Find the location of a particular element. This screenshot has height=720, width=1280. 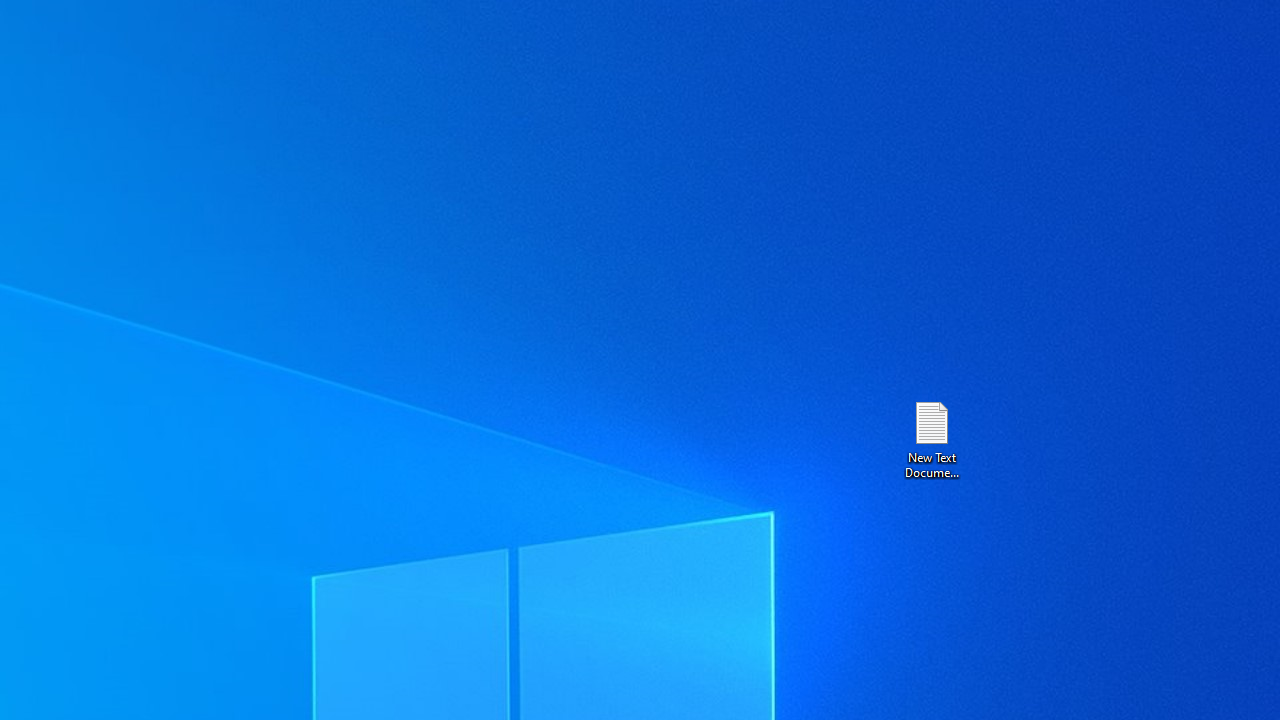

'New Text Document (2)' is located at coordinates (930, 438).